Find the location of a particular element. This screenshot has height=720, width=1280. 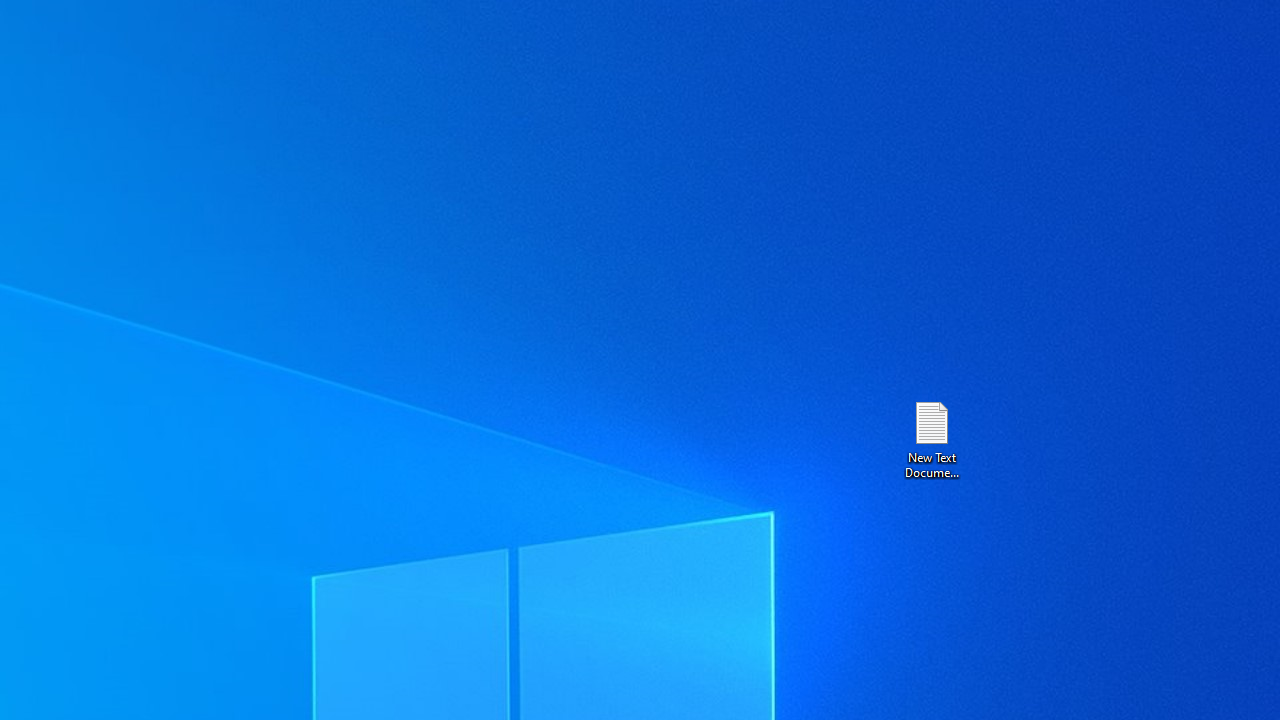

'New Text Document (2)' is located at coordinates (930, 438).